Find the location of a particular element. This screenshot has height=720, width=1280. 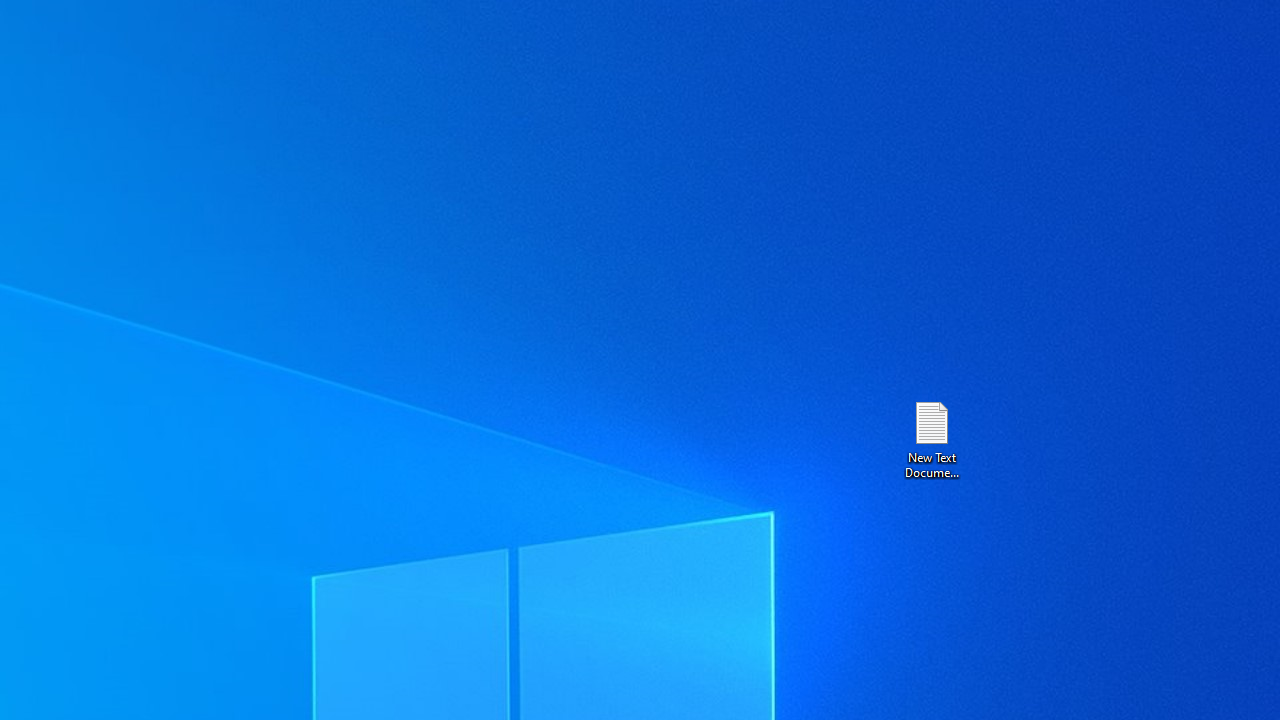

'New Text Document (2)' is located at coordinates (930, 438).